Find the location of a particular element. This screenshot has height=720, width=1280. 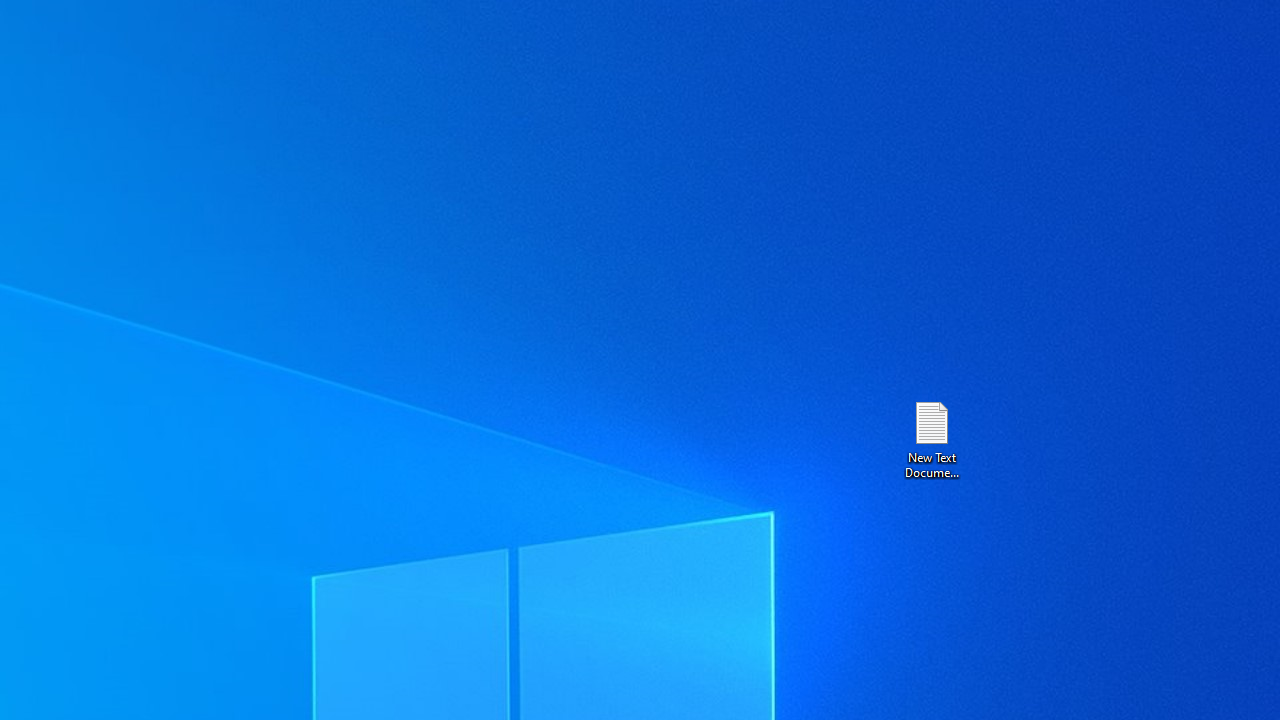

'New Text Document (2)' is located at coordinates (930, 438).